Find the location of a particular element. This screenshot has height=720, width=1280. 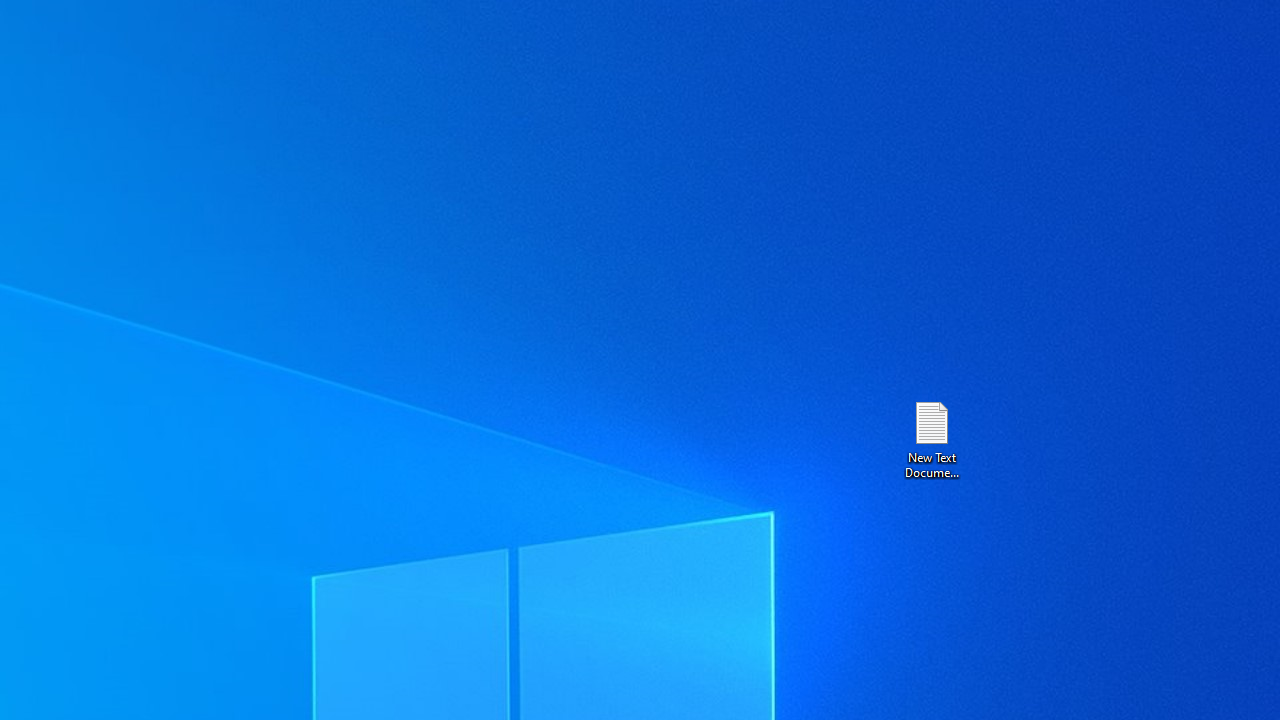

'New Text Document (2)' is located at coordinates (930, 438).